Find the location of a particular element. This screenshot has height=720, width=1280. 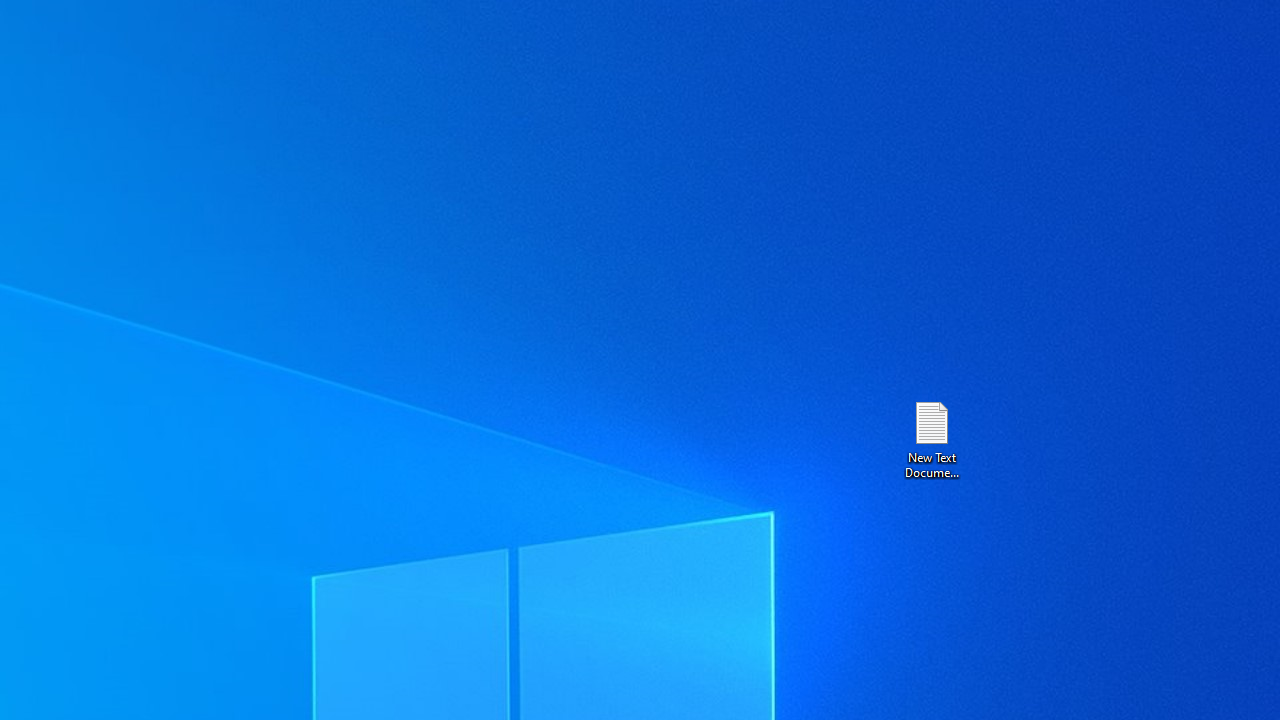

'New Text Document (2)' is located at coordinates (930, 438).